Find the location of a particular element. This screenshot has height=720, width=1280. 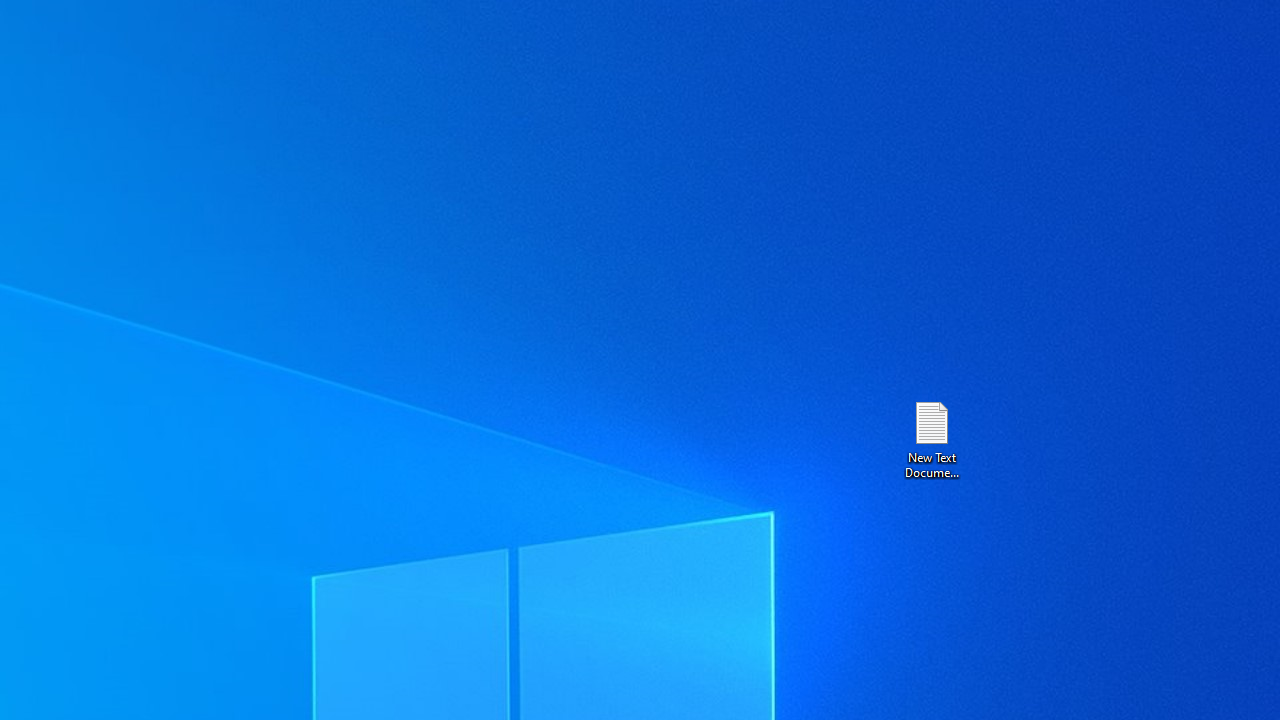

'New Text Document (2)' is located at coordinates (930, 438).